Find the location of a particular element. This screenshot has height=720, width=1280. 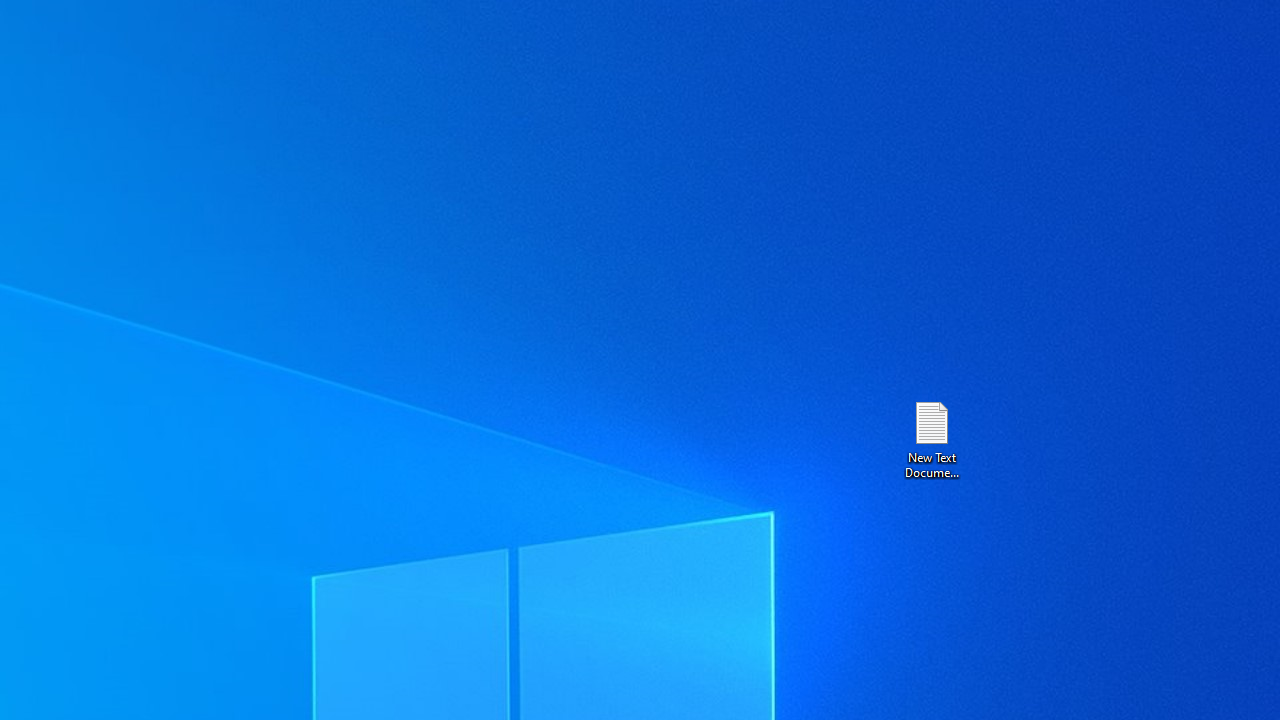

'New Text Document (2)' is located at coordinates (930, 438).